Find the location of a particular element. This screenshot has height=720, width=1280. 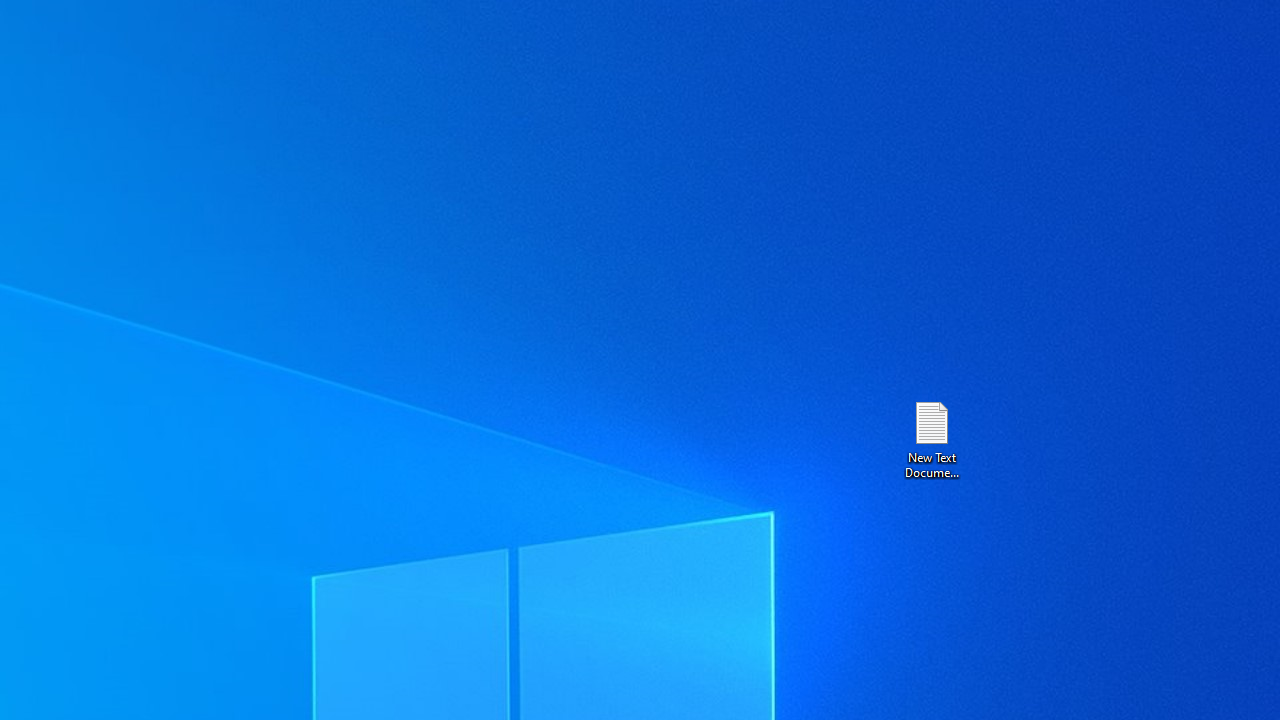

'New Text Document (2)' is located at coordinates (930, 438).